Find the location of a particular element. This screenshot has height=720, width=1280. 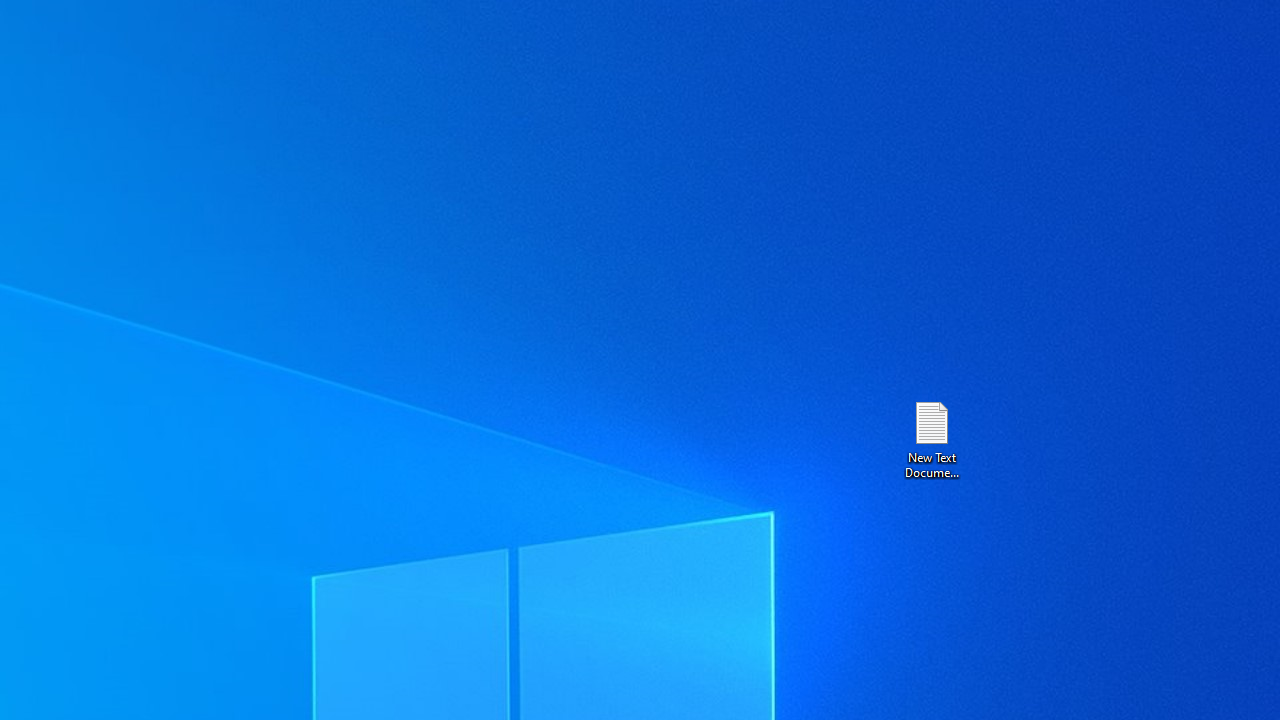

'New Text Document (2)' is located at coordinates (930, 438).